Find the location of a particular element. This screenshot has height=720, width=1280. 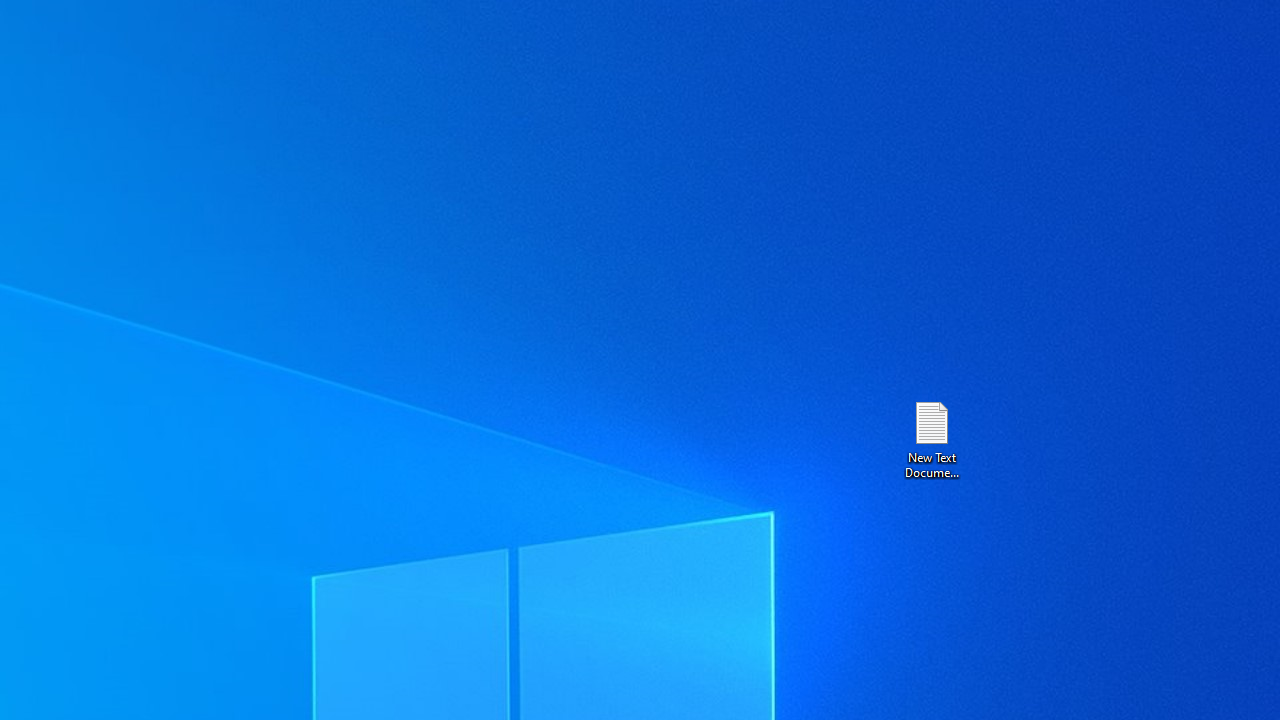

'New Text Document (2)' is located at coordinates (930, 438).